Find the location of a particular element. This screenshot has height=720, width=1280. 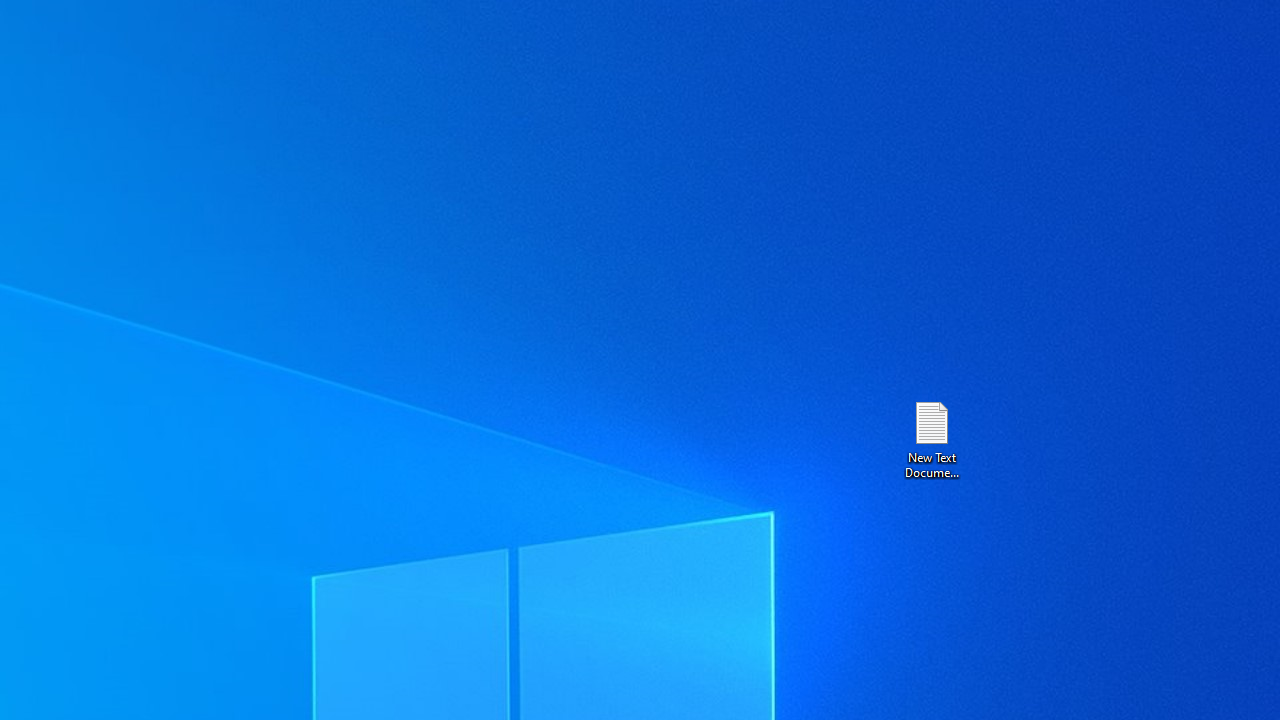

'New Text Document (2)' is located at coordinates (930, 438).